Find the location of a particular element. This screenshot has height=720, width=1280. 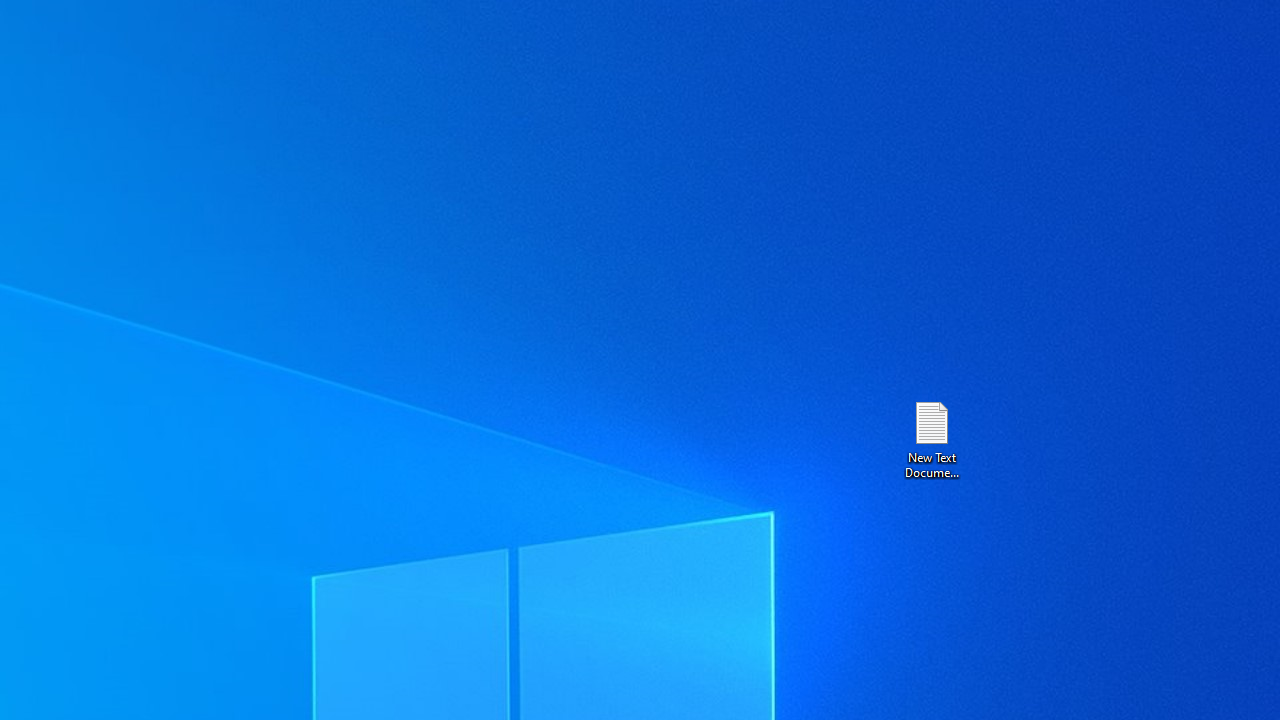

'New Text Document (2)' is located at coordinates (930, 438).